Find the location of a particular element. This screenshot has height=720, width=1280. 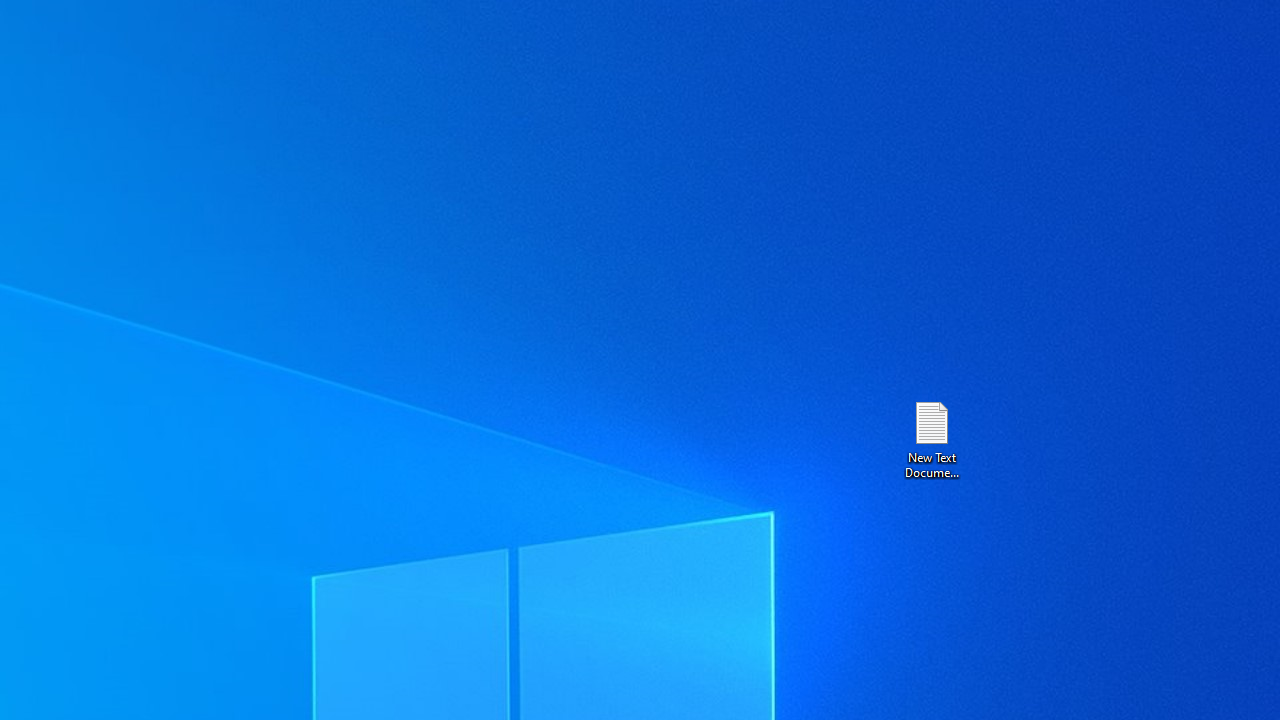

'New Text Document (2)' is located at coordinates (930, 438).